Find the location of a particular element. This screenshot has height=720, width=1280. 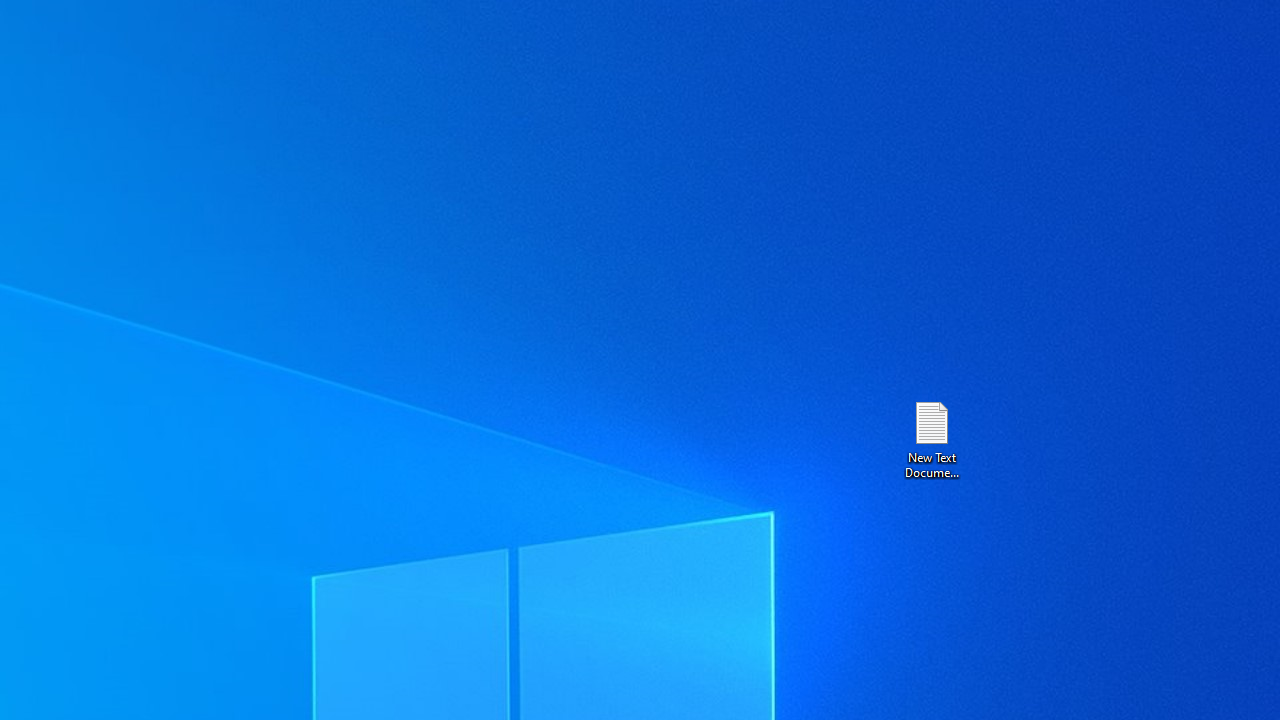

'New Text Document (2)' is located at coordinates (930, 438).